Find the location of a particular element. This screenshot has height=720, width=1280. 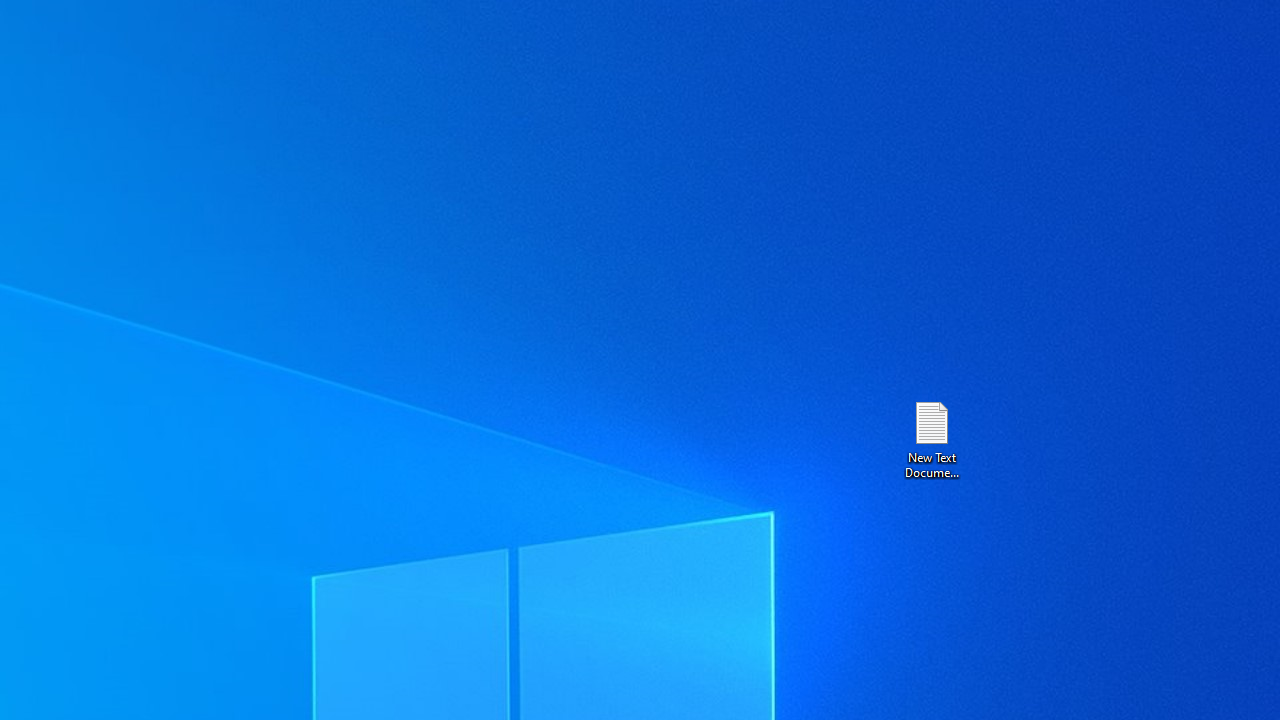

'New Text Document (2)' is located at coordinates (930, 438).